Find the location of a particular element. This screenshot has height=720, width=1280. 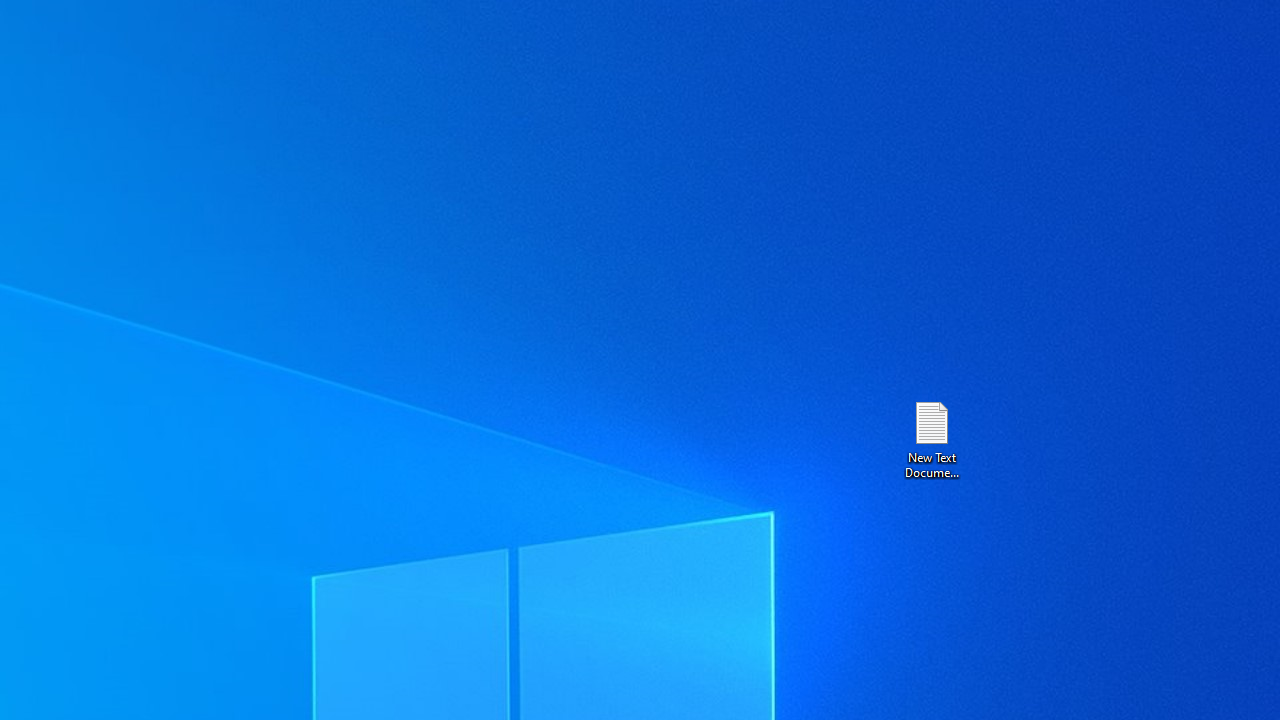

'New Text Document (2)' is located at coordinates (930, 438).